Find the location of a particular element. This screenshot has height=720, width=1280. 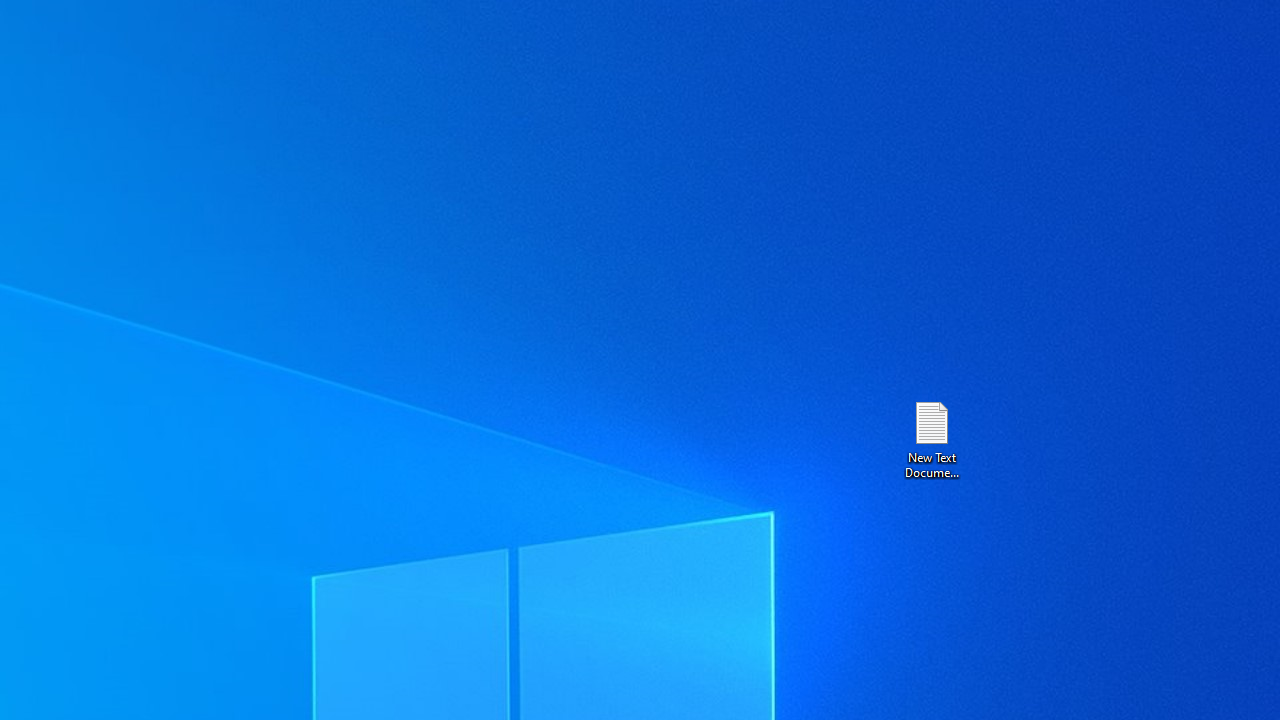

'New Text Document (2)' is located at coordinates (930, 438).